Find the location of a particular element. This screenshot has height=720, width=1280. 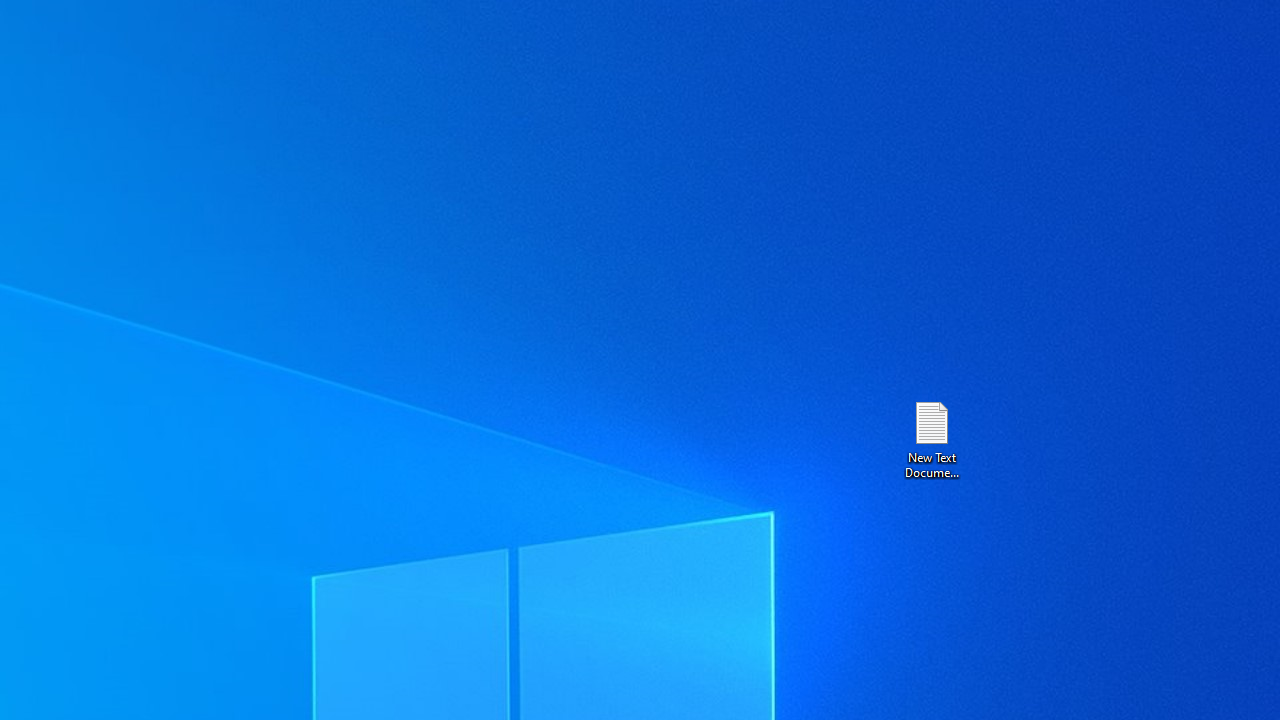

'New Text Document (2)' is located at coordinates (930, 438).